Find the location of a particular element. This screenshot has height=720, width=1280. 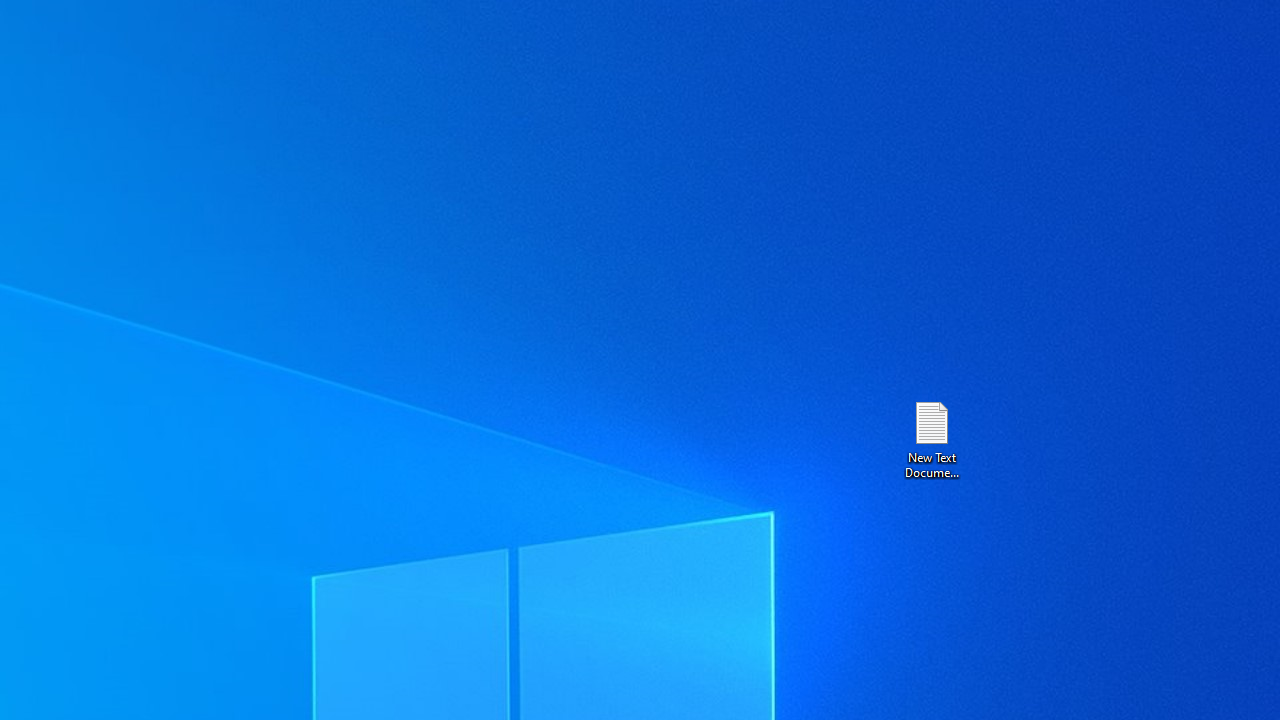

'New Text Document (2)' is located at coordinates (930, 438).